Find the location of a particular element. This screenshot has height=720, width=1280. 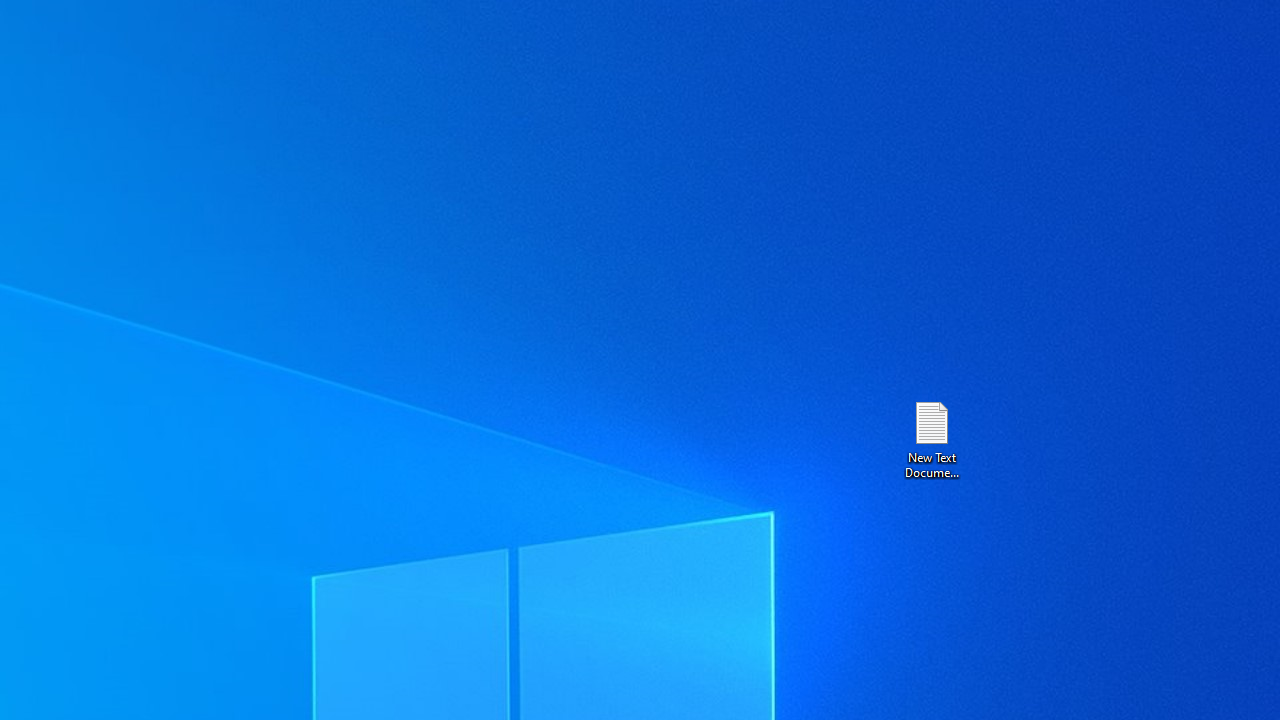

'New Text Document (2)' is located at coordinates (930, 438).